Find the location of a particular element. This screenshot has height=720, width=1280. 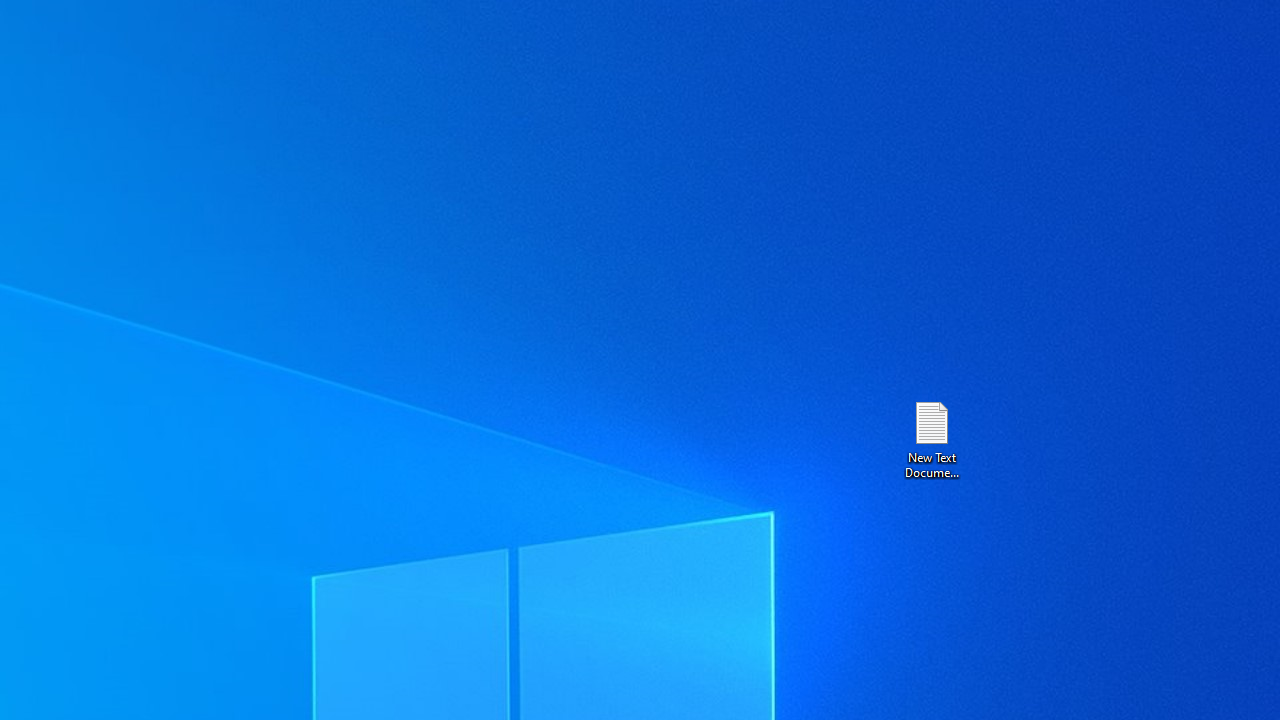

'New Text Document (2)' is located at coordinates (930, 438).